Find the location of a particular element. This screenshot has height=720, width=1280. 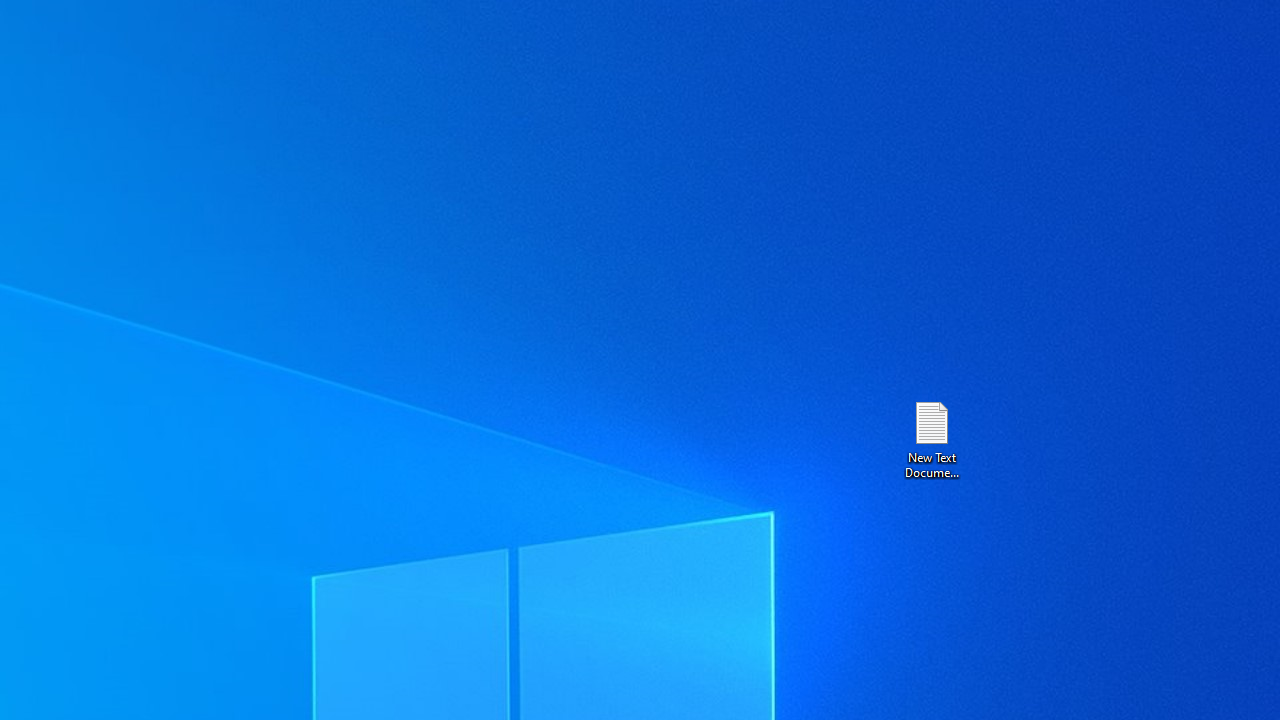

'New Text Document (2)' is located at coordinates (930, 438).